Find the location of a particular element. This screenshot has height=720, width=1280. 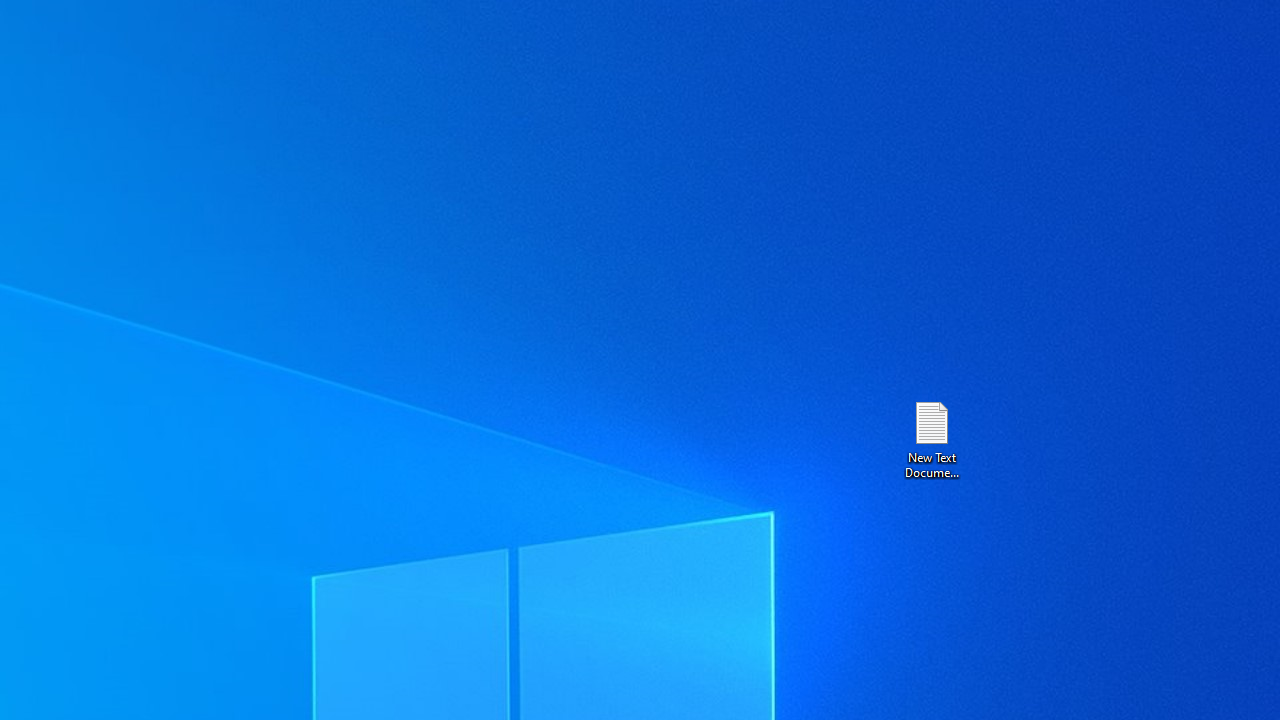

'New Text Document (2)' is located at coordinates (930, 438).